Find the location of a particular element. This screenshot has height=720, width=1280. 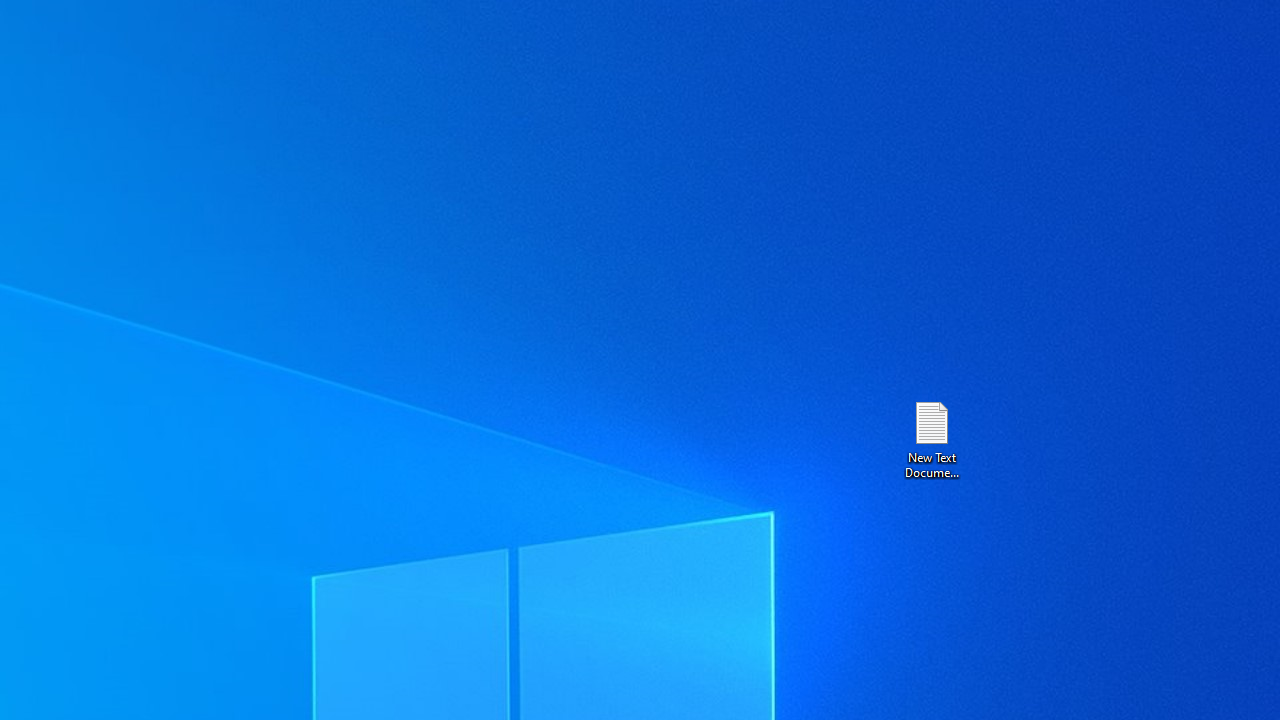

'New Text Document (2)' is located at coordinates (930, 438).